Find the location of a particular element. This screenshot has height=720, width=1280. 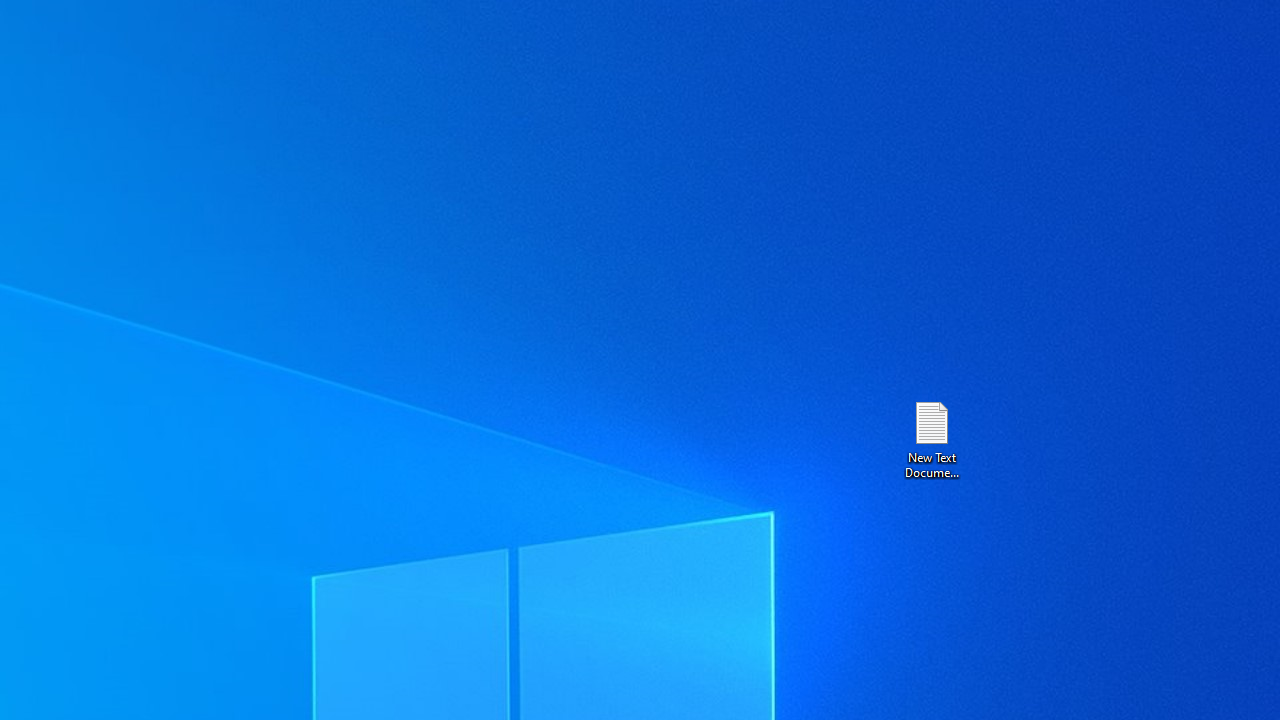

'New Text Document (2)' is located at coordinates (930, 438).